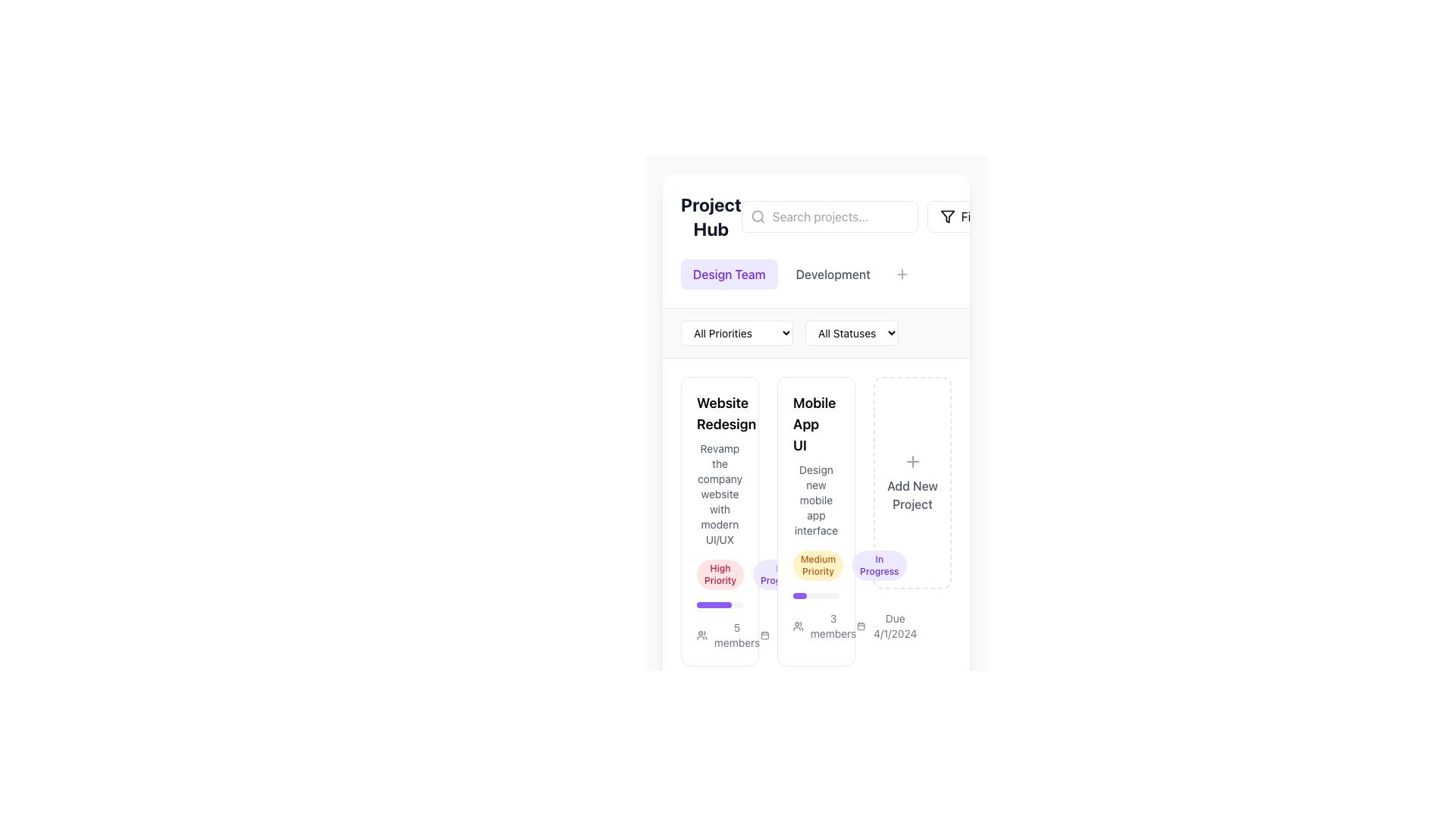 This screenshot has width=1456, height=819. What do you see at coordinates (719, 494) in the screenshot?
I see `the text block containing 'Revamp the company website with modern UI/UX' which is styled in gray and is part of the 'Website Redesign' card` at bounding box center [719, 494].